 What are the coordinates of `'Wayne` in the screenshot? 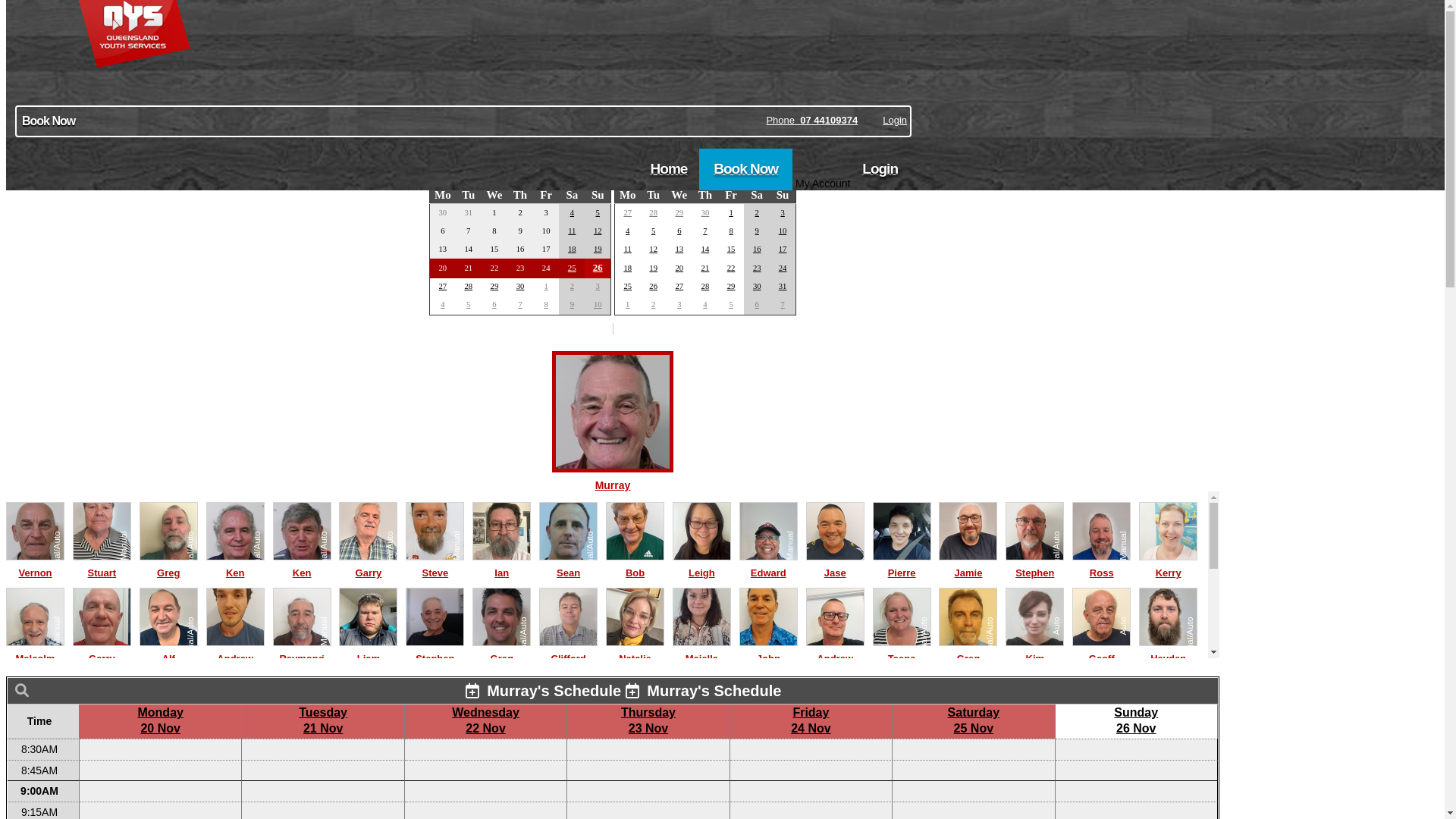 It's located at (635, 736).